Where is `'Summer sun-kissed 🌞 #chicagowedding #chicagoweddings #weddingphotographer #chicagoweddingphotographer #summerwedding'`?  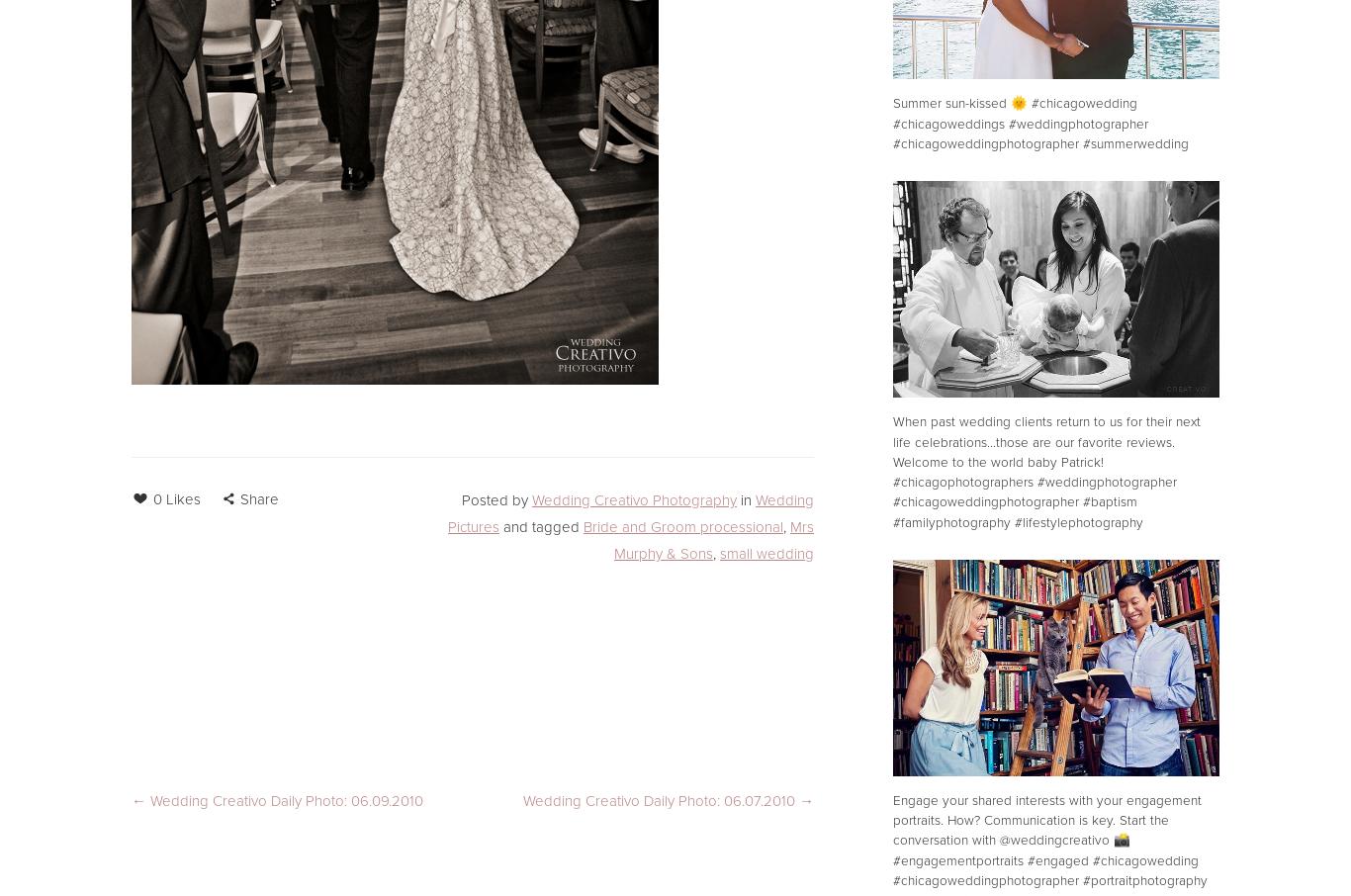
'Summer sun-kissed 🌞 #chicagowedding #chicagoweddings #weddingphotographer #chicagoweddingphotographer #summerwedding' is located at coordinates (1038, 122).